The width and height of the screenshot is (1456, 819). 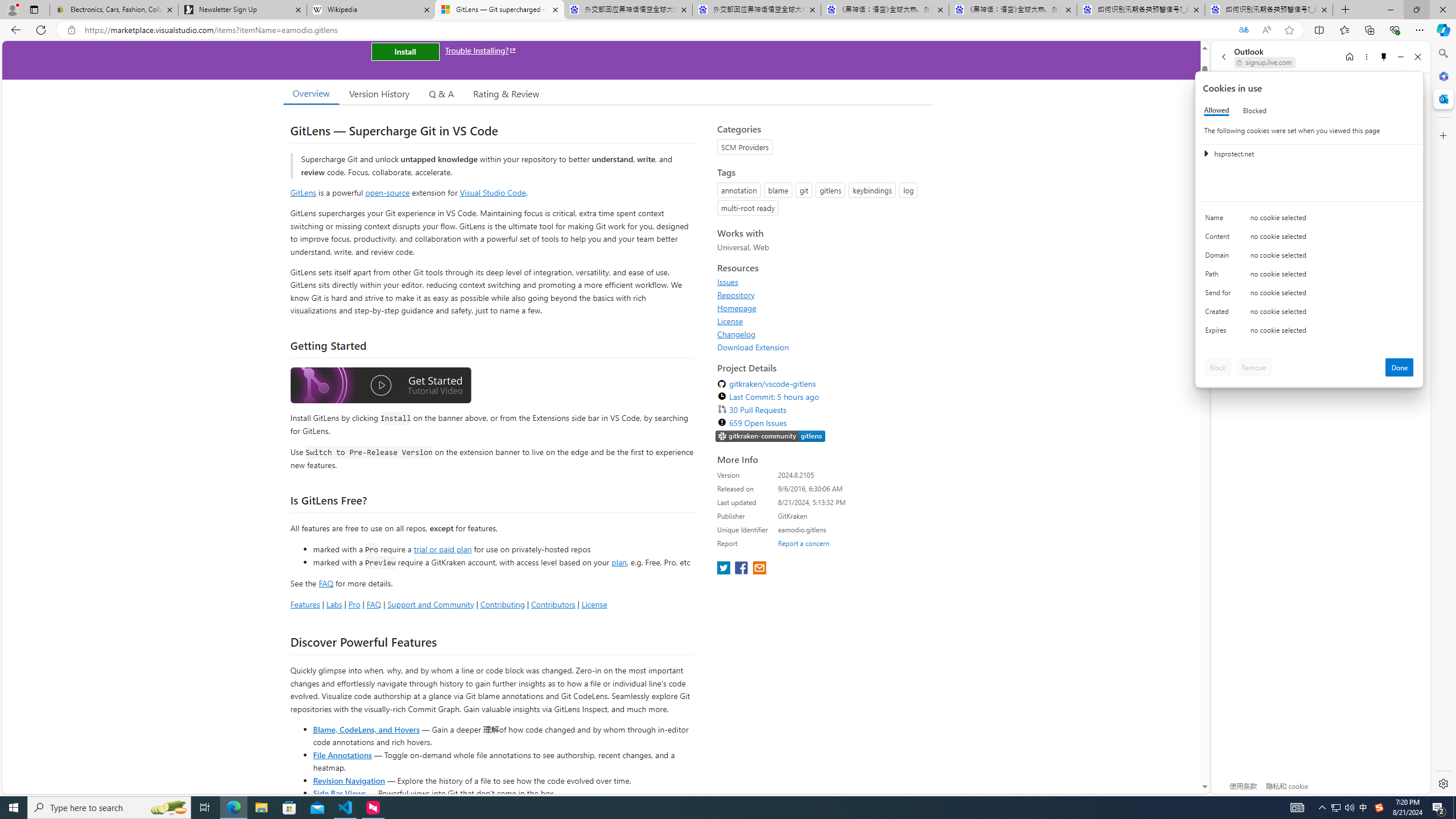 What do you see at coordinates (1219, 333) in the screenshot?
I see `'Expires'` at bounding box center [1219, 333].